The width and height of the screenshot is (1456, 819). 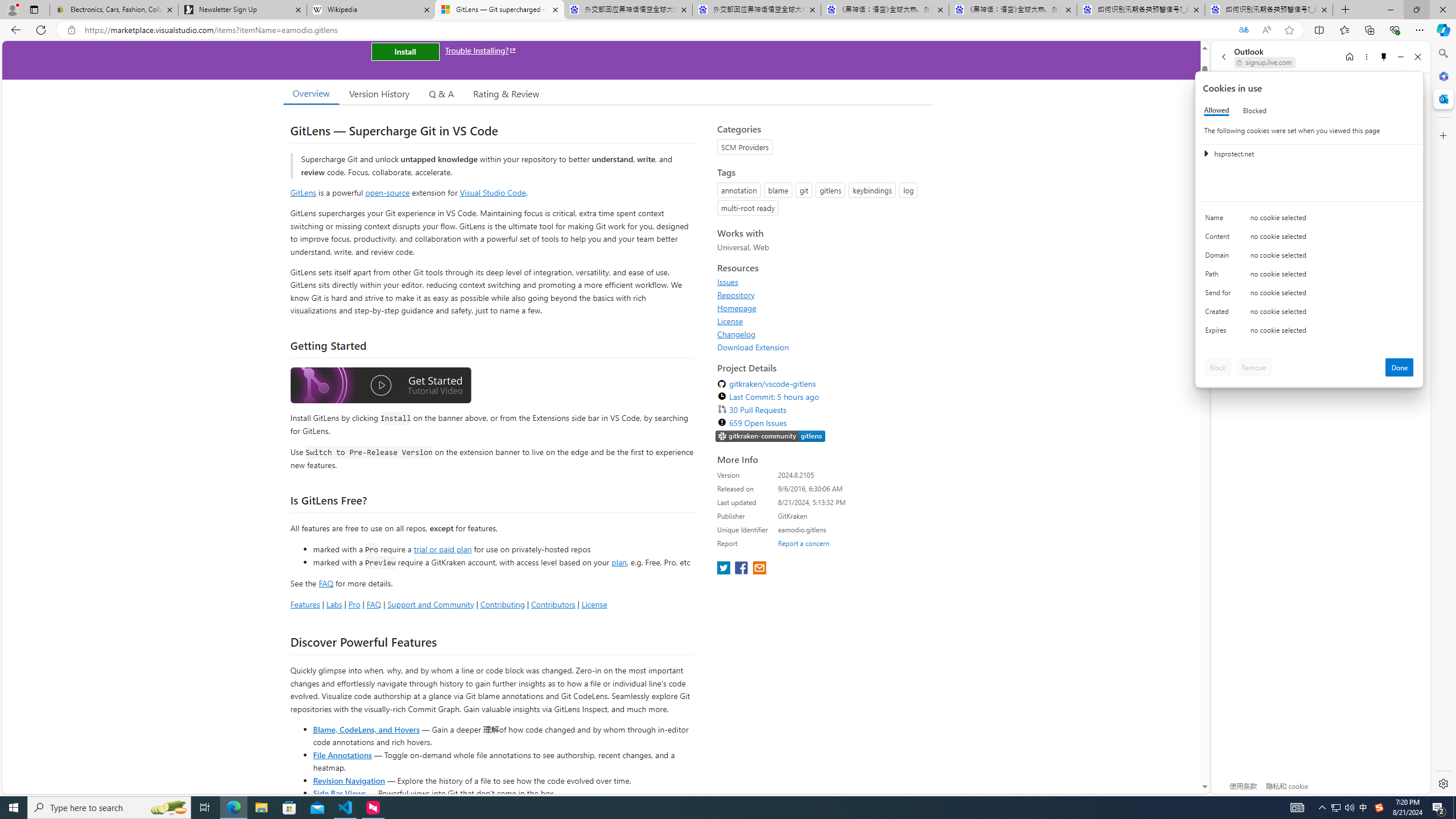 What do you see at coordinates (1219, 333) in the screenshot?
I see `'Expires'` at bounding box center [1219, 333].